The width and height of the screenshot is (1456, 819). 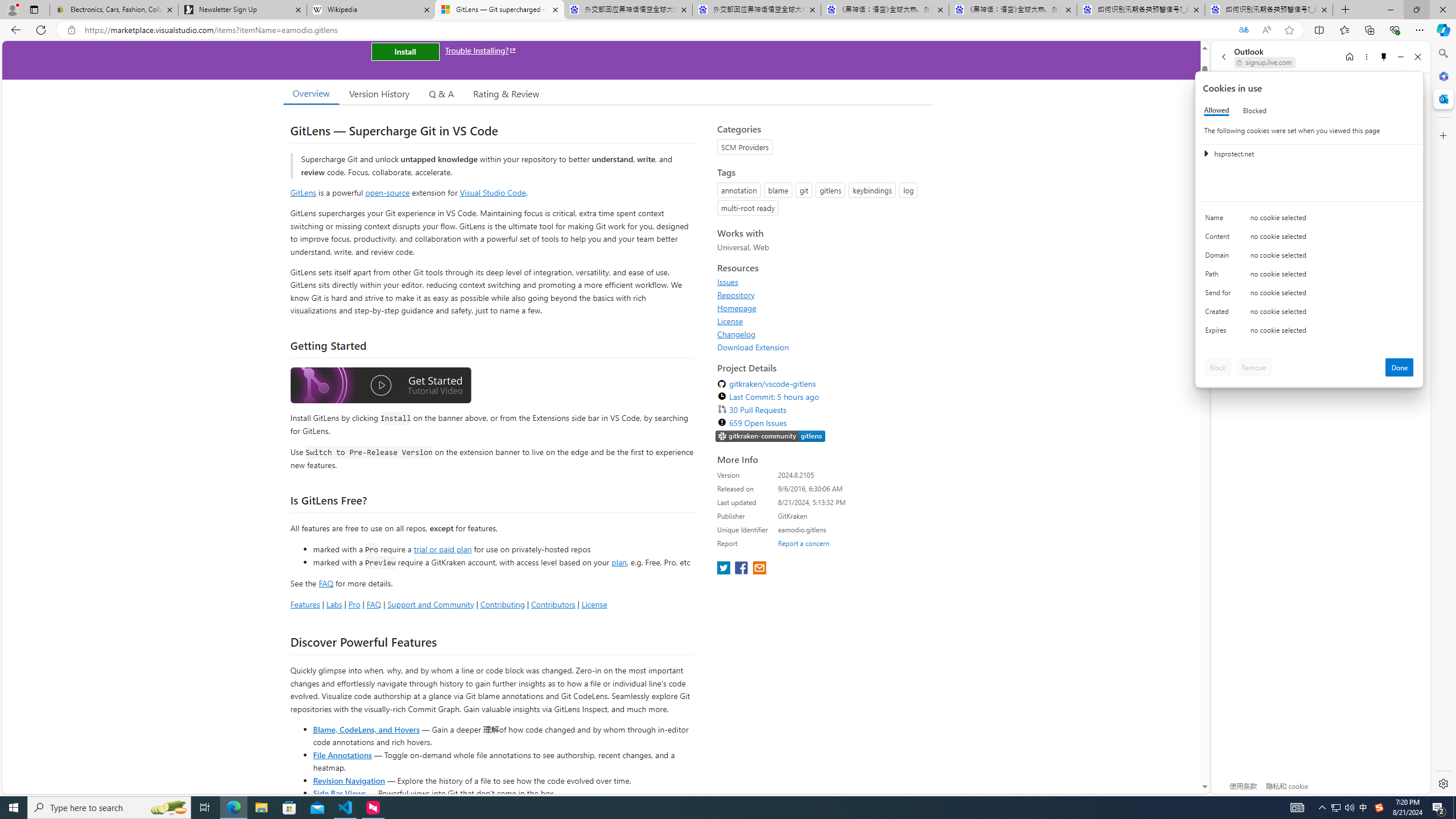 What do you see at coordinates (1219, 333) in the screenshot?
I see `'Expires'` at bounding box center [1219, 333].